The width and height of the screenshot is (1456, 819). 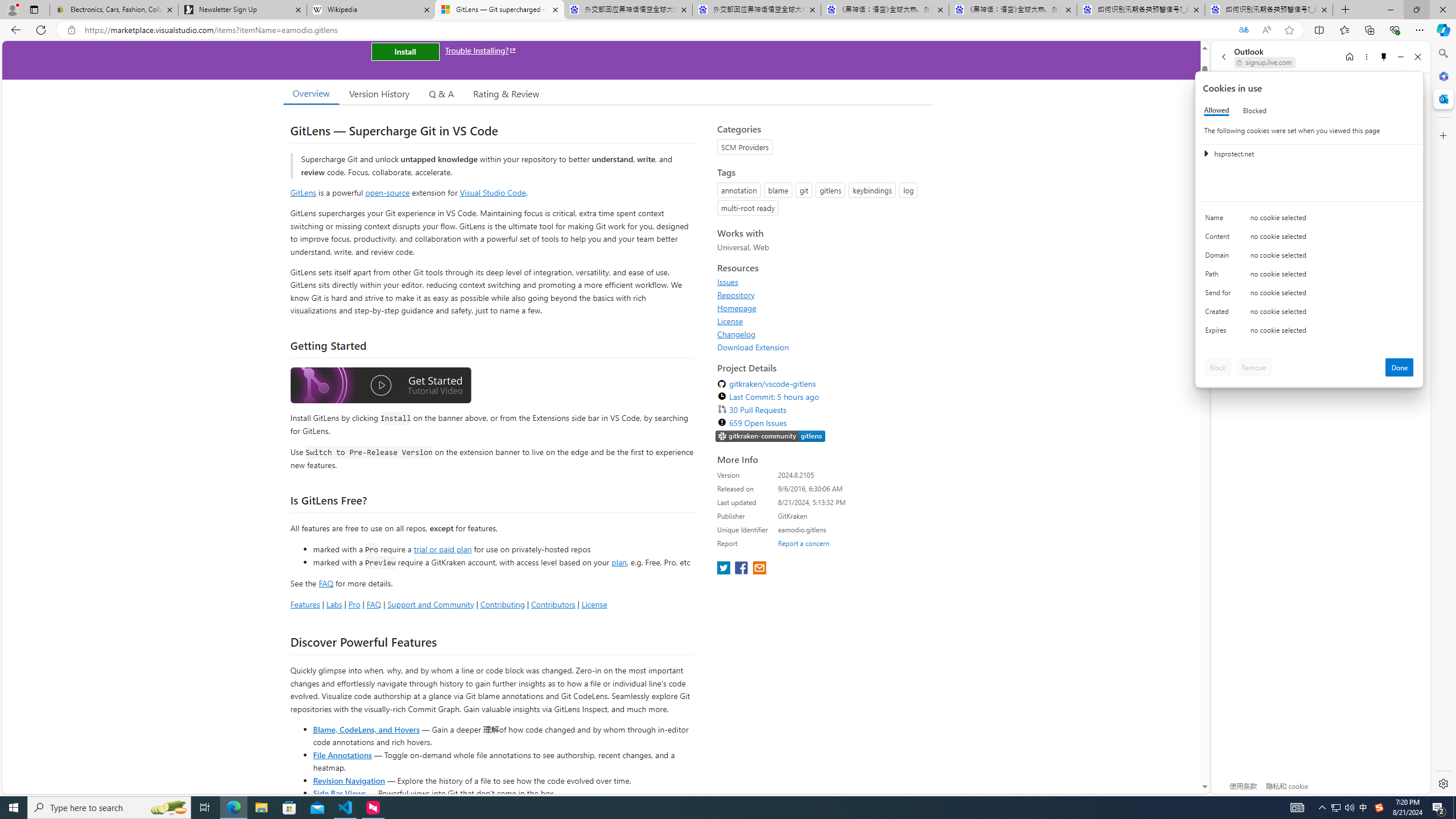 What do you see at coordinates (1219, 333) in the screenshot?
I see `'Expires'` at bounding box center [1219, 333].